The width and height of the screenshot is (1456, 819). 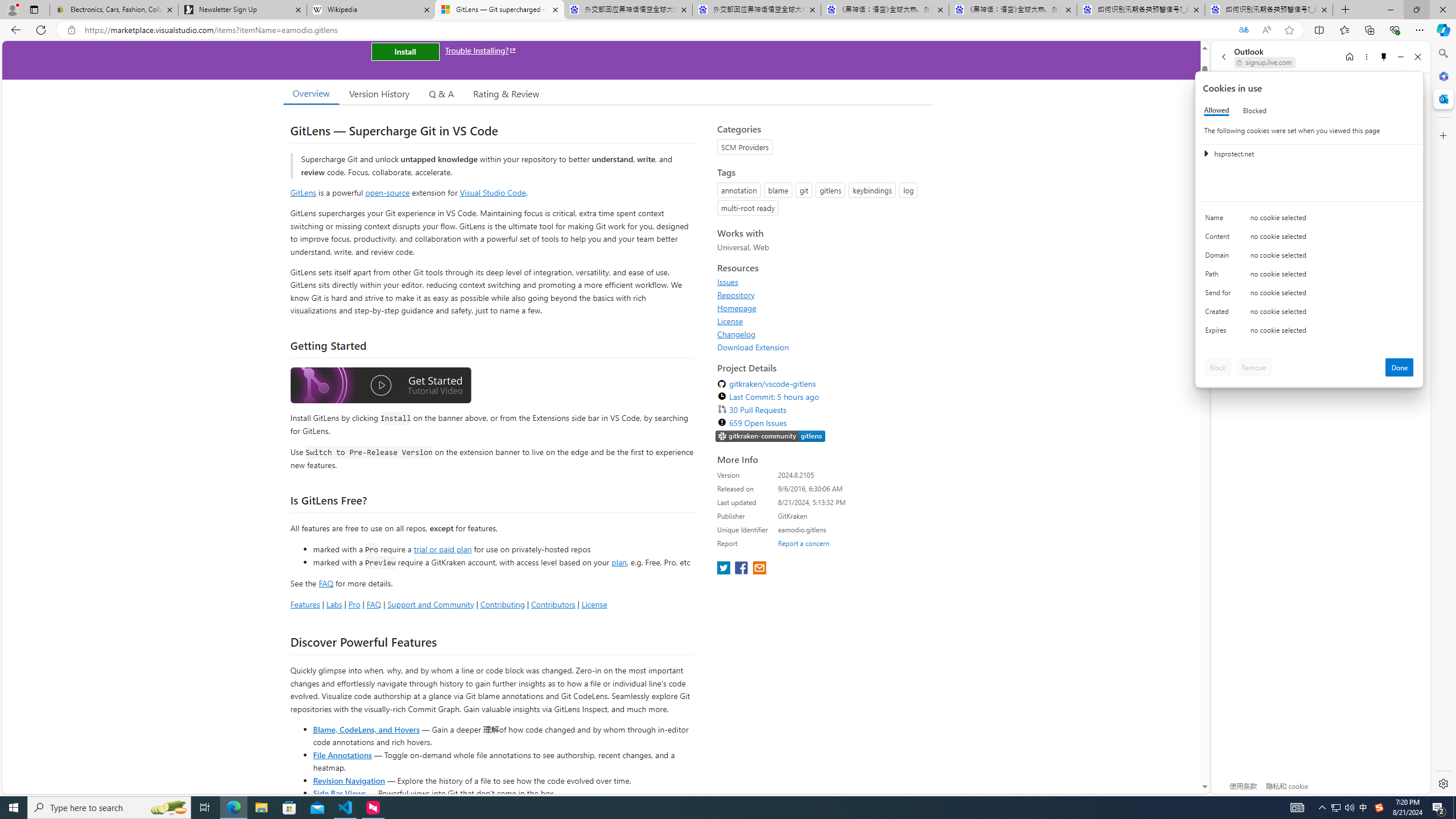 What do you see at coordinates (1219, 333) in the screenshot?
I see `'Expires'` at bounding box center [1219, 333].